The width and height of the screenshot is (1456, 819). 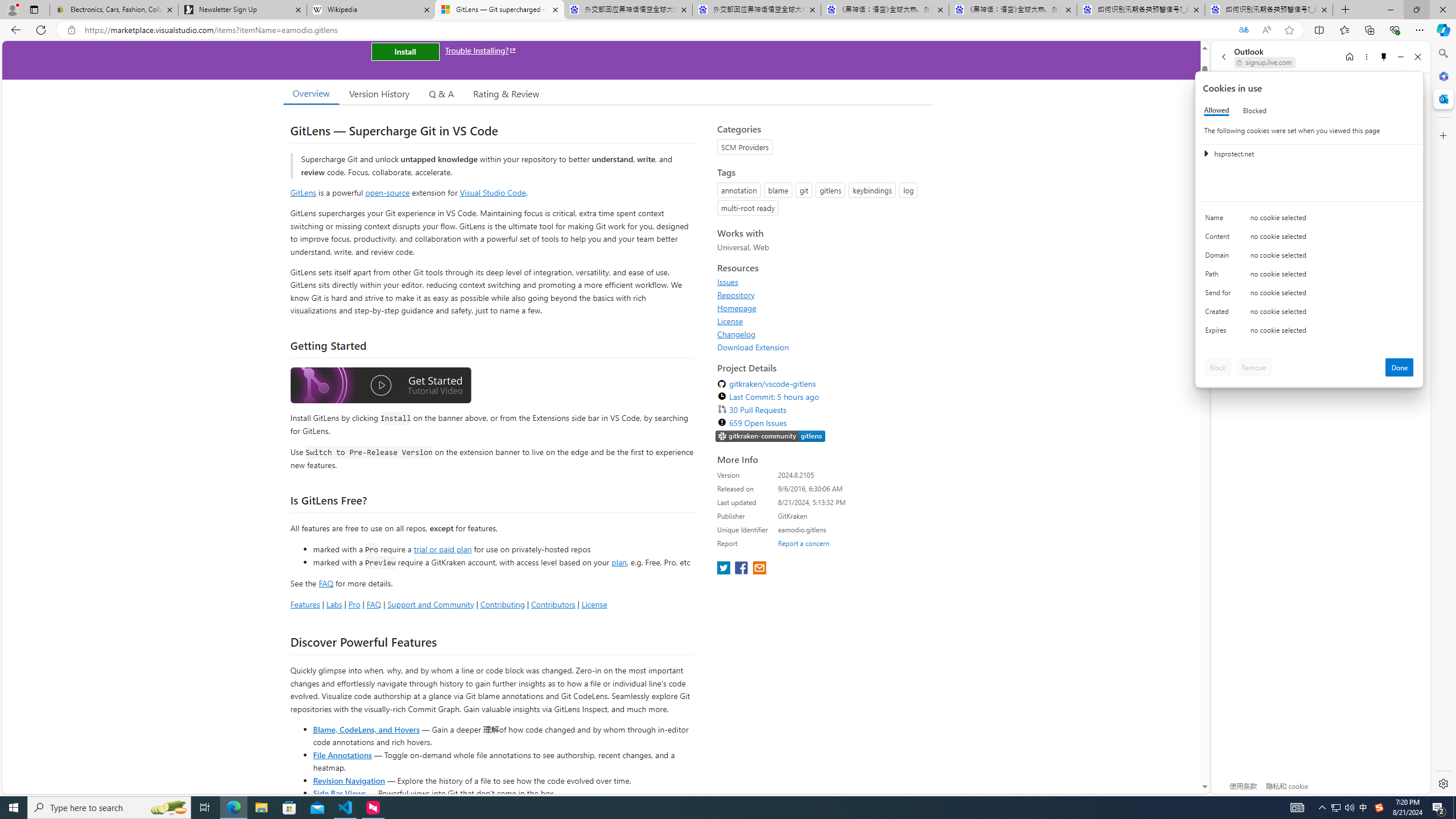 What do you see at coordinates (1219, 333) in the screenshot?
I see `'Expires'` at bounding box center [1219, 333].